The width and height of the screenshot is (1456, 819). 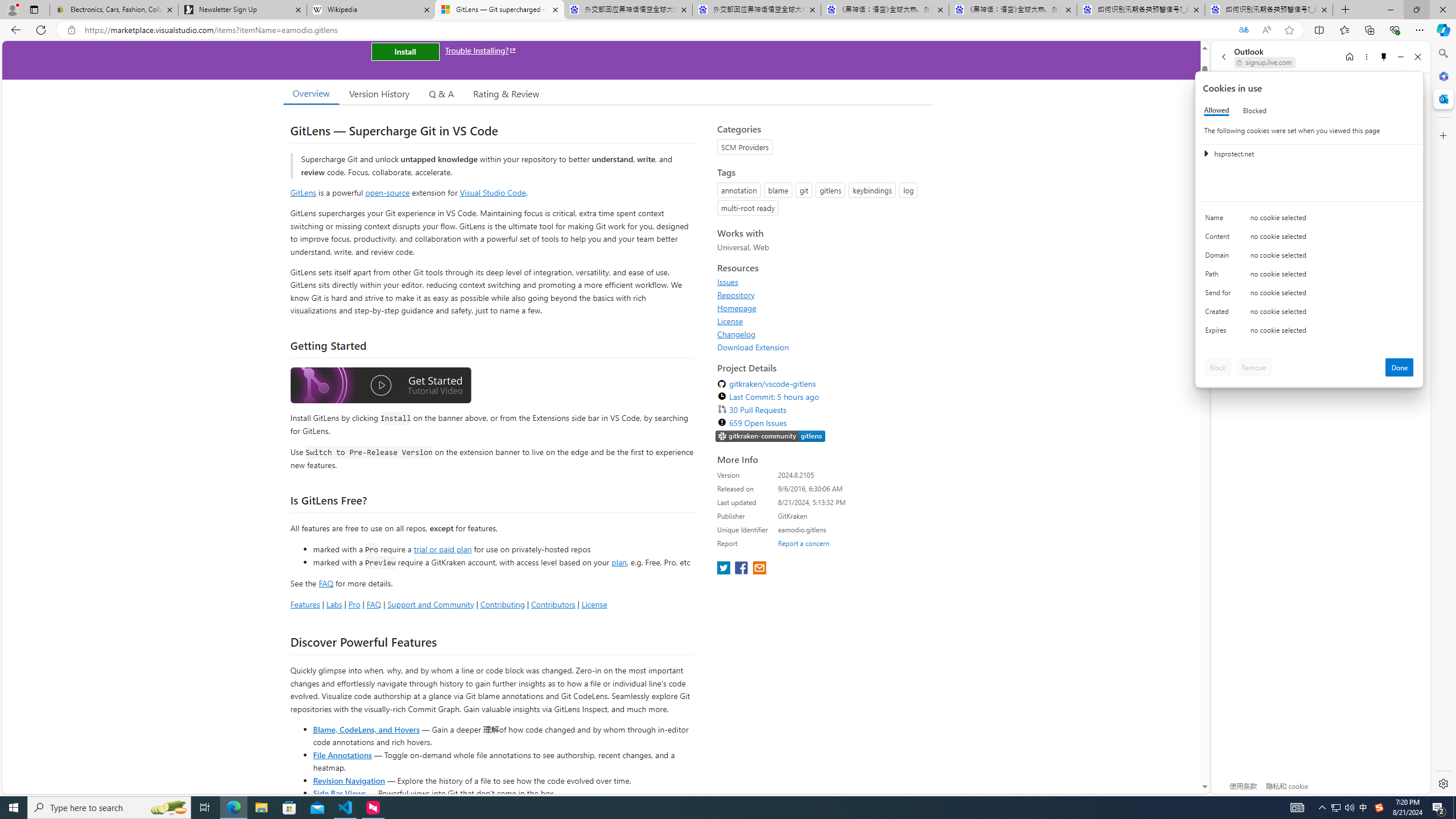 What do you see at coordinates (1219, 333) in the screenshot?
I see `'Expires'` at bounding box center [1219, 333].